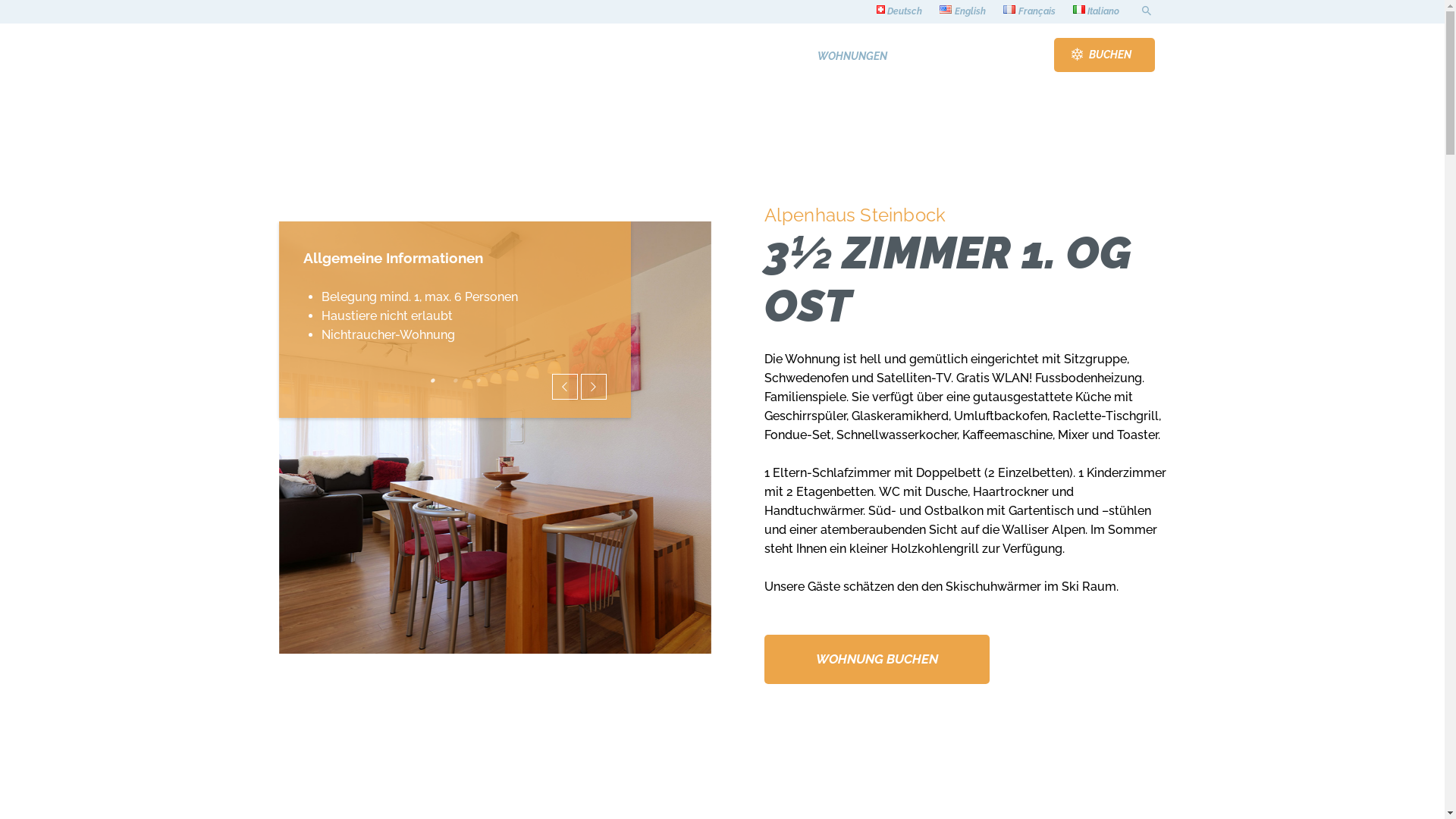 The height and width of the screenshot is (819, 1456). What do you see at coordinates (454, 379) in the screenshot?
I see `'2'` at bounding box center [454, 379].